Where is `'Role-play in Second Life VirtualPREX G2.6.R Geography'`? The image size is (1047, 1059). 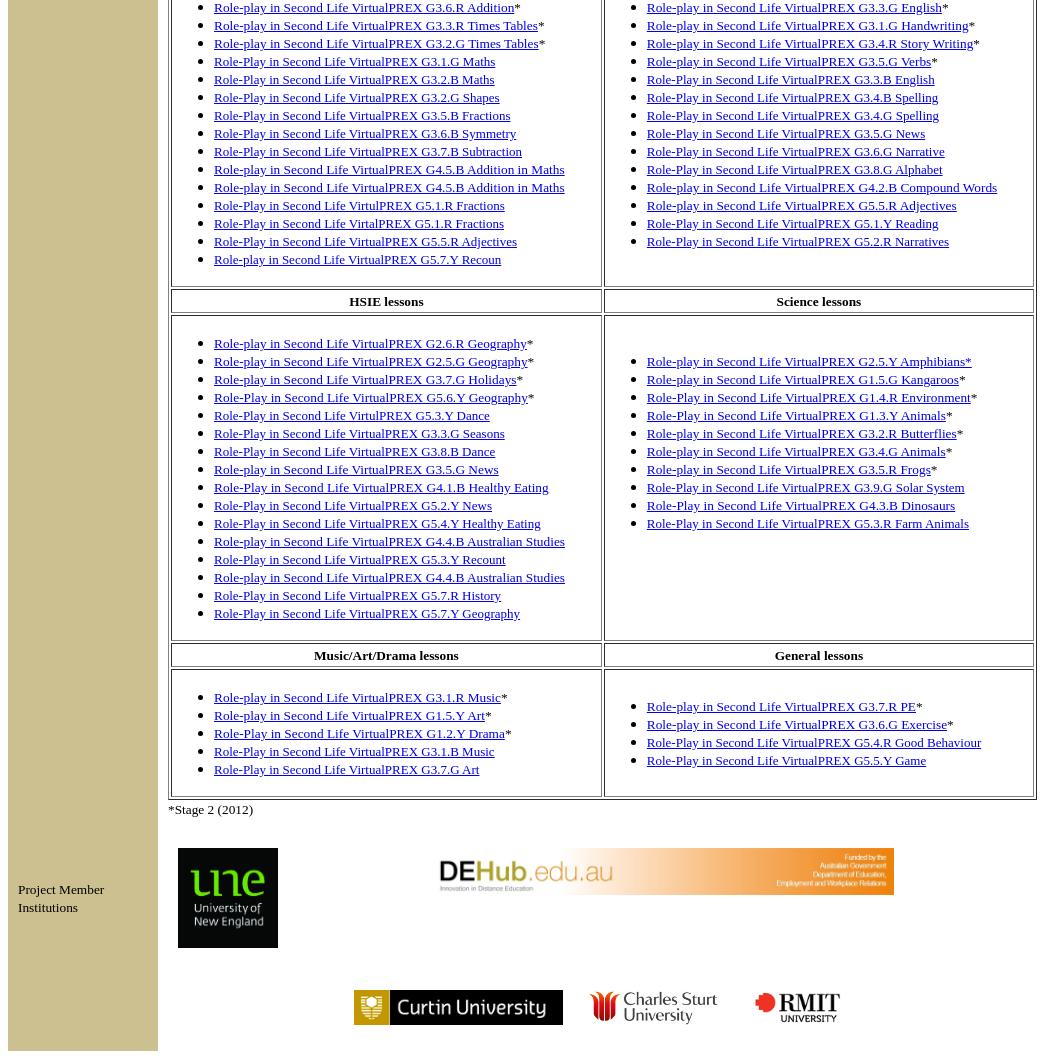
'Role-play in Second Life VirtualPREX G2.6.R Geography' is located at coordinates (370, 342).